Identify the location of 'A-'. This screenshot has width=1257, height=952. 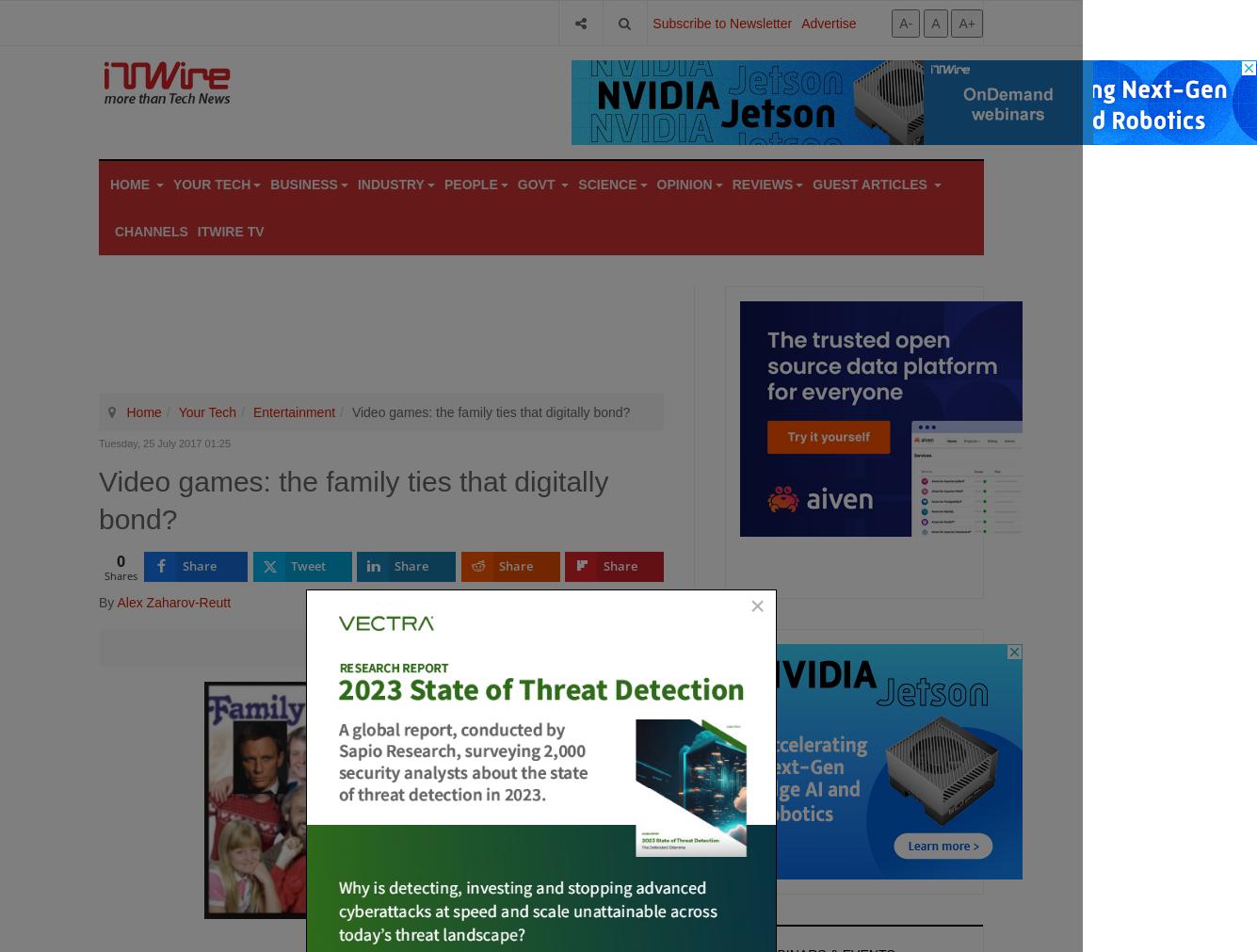
(906, 21).